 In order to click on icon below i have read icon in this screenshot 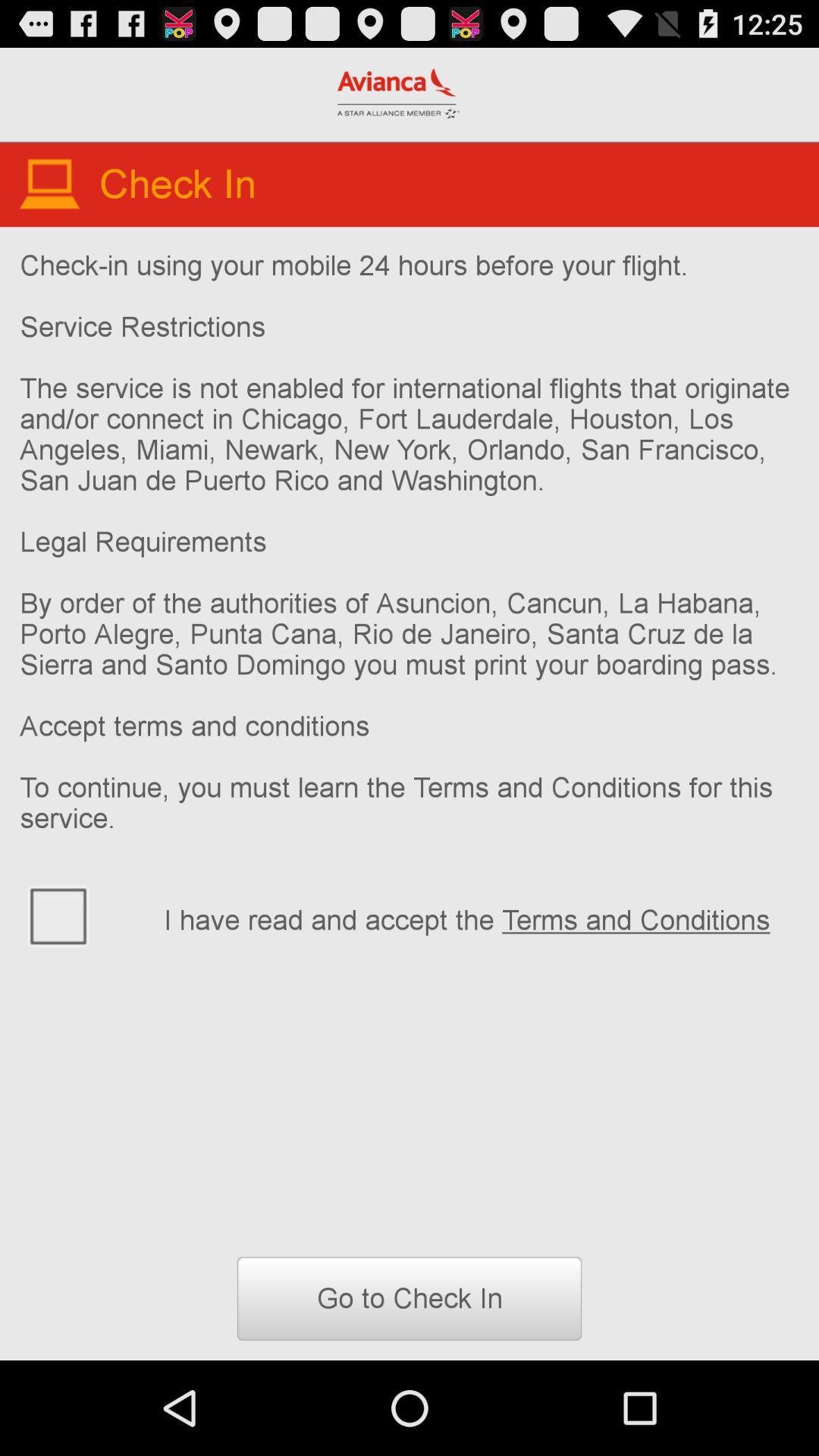, I will do `click(409, 1298)`.